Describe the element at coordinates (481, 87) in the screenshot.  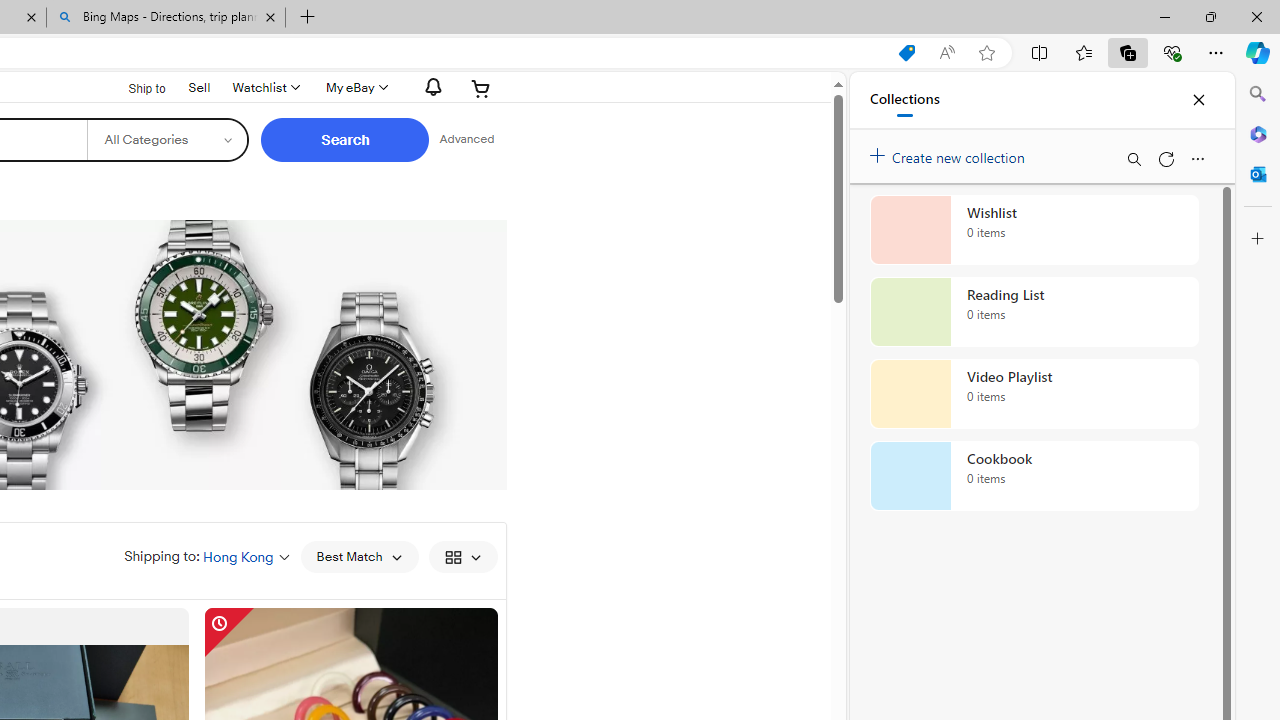
I see `'Your shopping cart'` at that location.